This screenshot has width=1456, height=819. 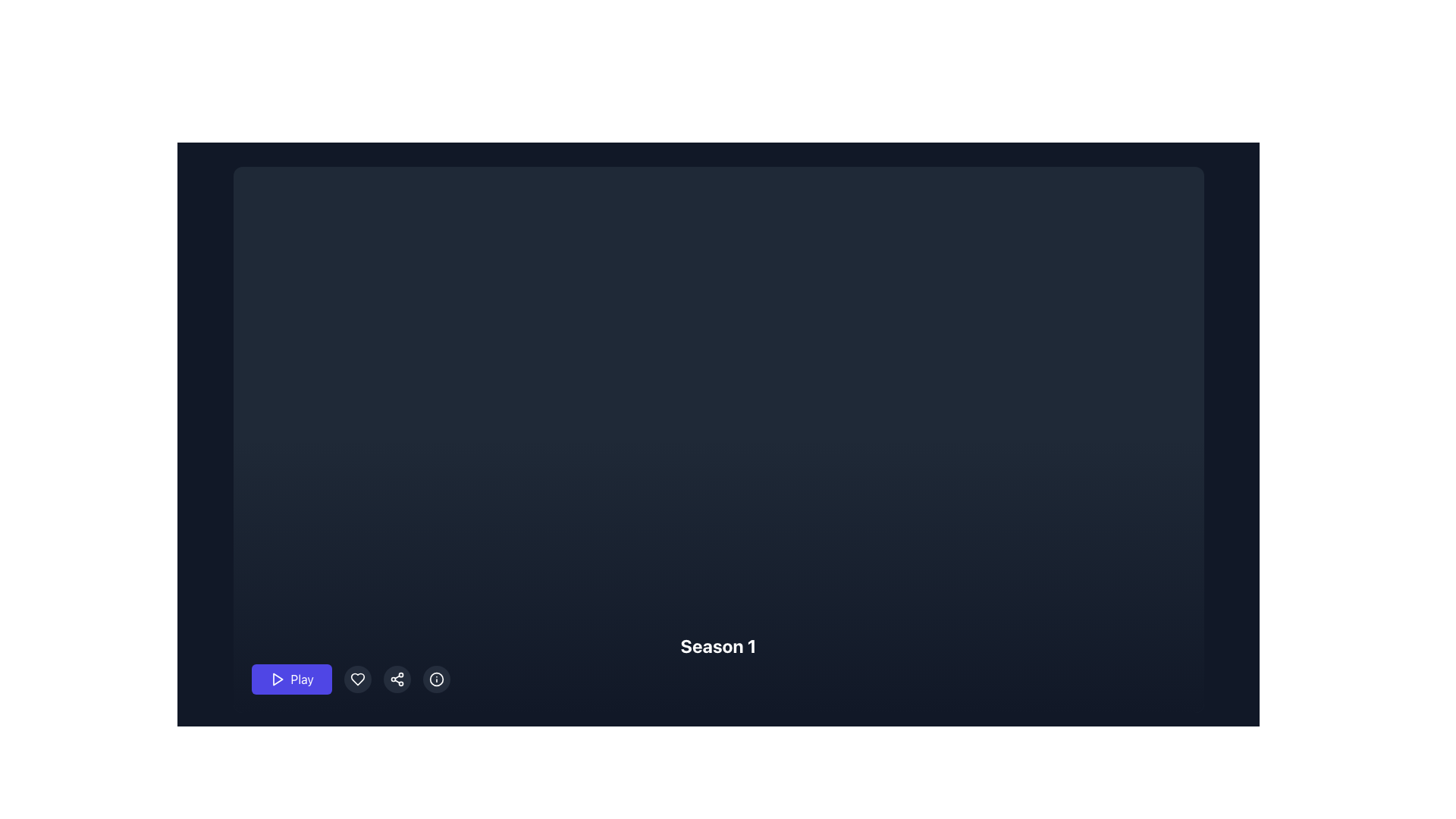 What do you see at coordinates (356, 678) in the screenshot?
I see `the heart-shaped icon button, located towards the bottom center of the interface` at bounding box center [356, 678].